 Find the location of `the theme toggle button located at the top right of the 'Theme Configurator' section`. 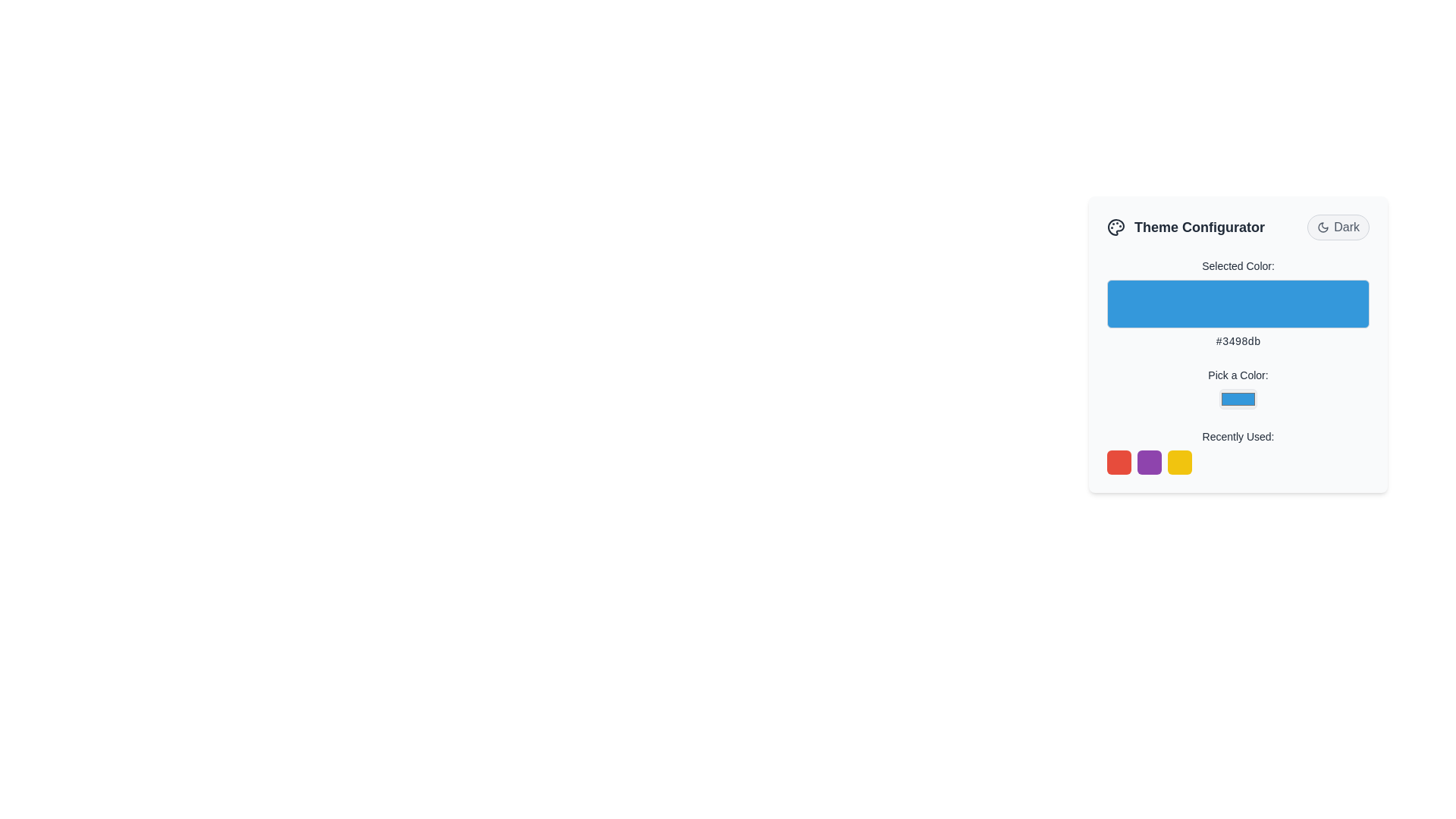

the theme toggle button located at the top right of the 'Theme Configurator' section is located at coordinates (1338, 227).